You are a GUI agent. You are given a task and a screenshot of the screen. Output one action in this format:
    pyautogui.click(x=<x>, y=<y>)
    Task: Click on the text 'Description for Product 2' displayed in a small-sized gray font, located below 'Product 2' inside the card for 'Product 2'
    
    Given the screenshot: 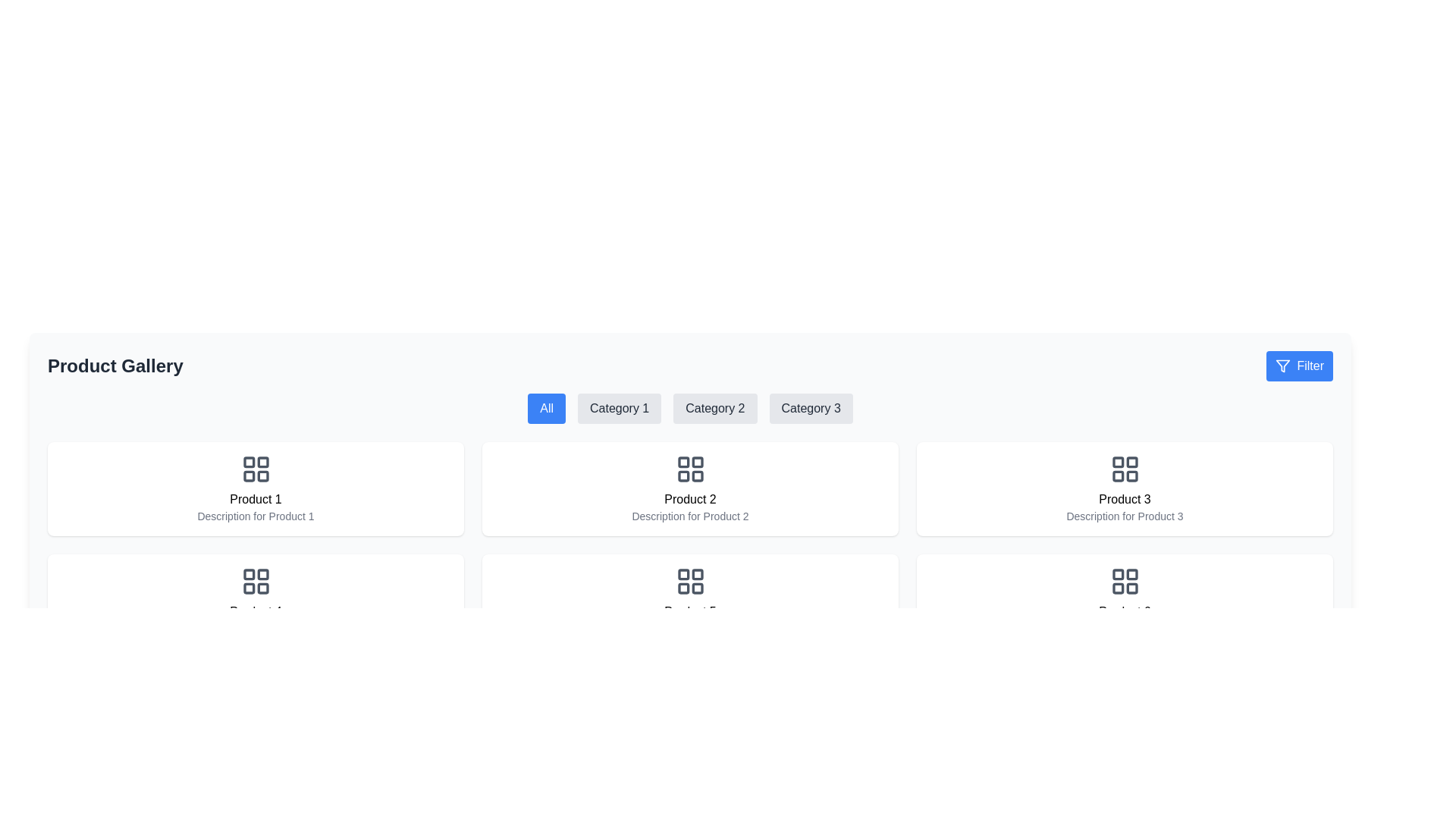 What is the action you would take?
    pyautogui.click(x=689, y=516)
    